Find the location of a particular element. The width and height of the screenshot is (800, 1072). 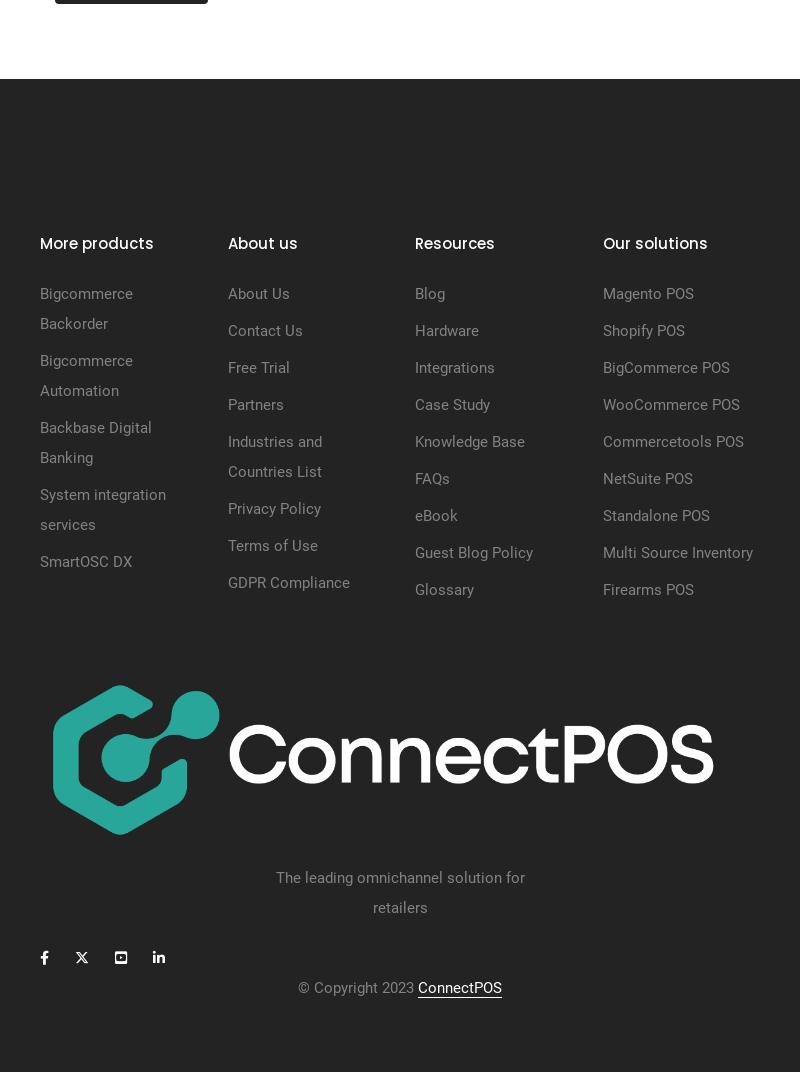

'Free Trial' is located at coordinates (257, 367).